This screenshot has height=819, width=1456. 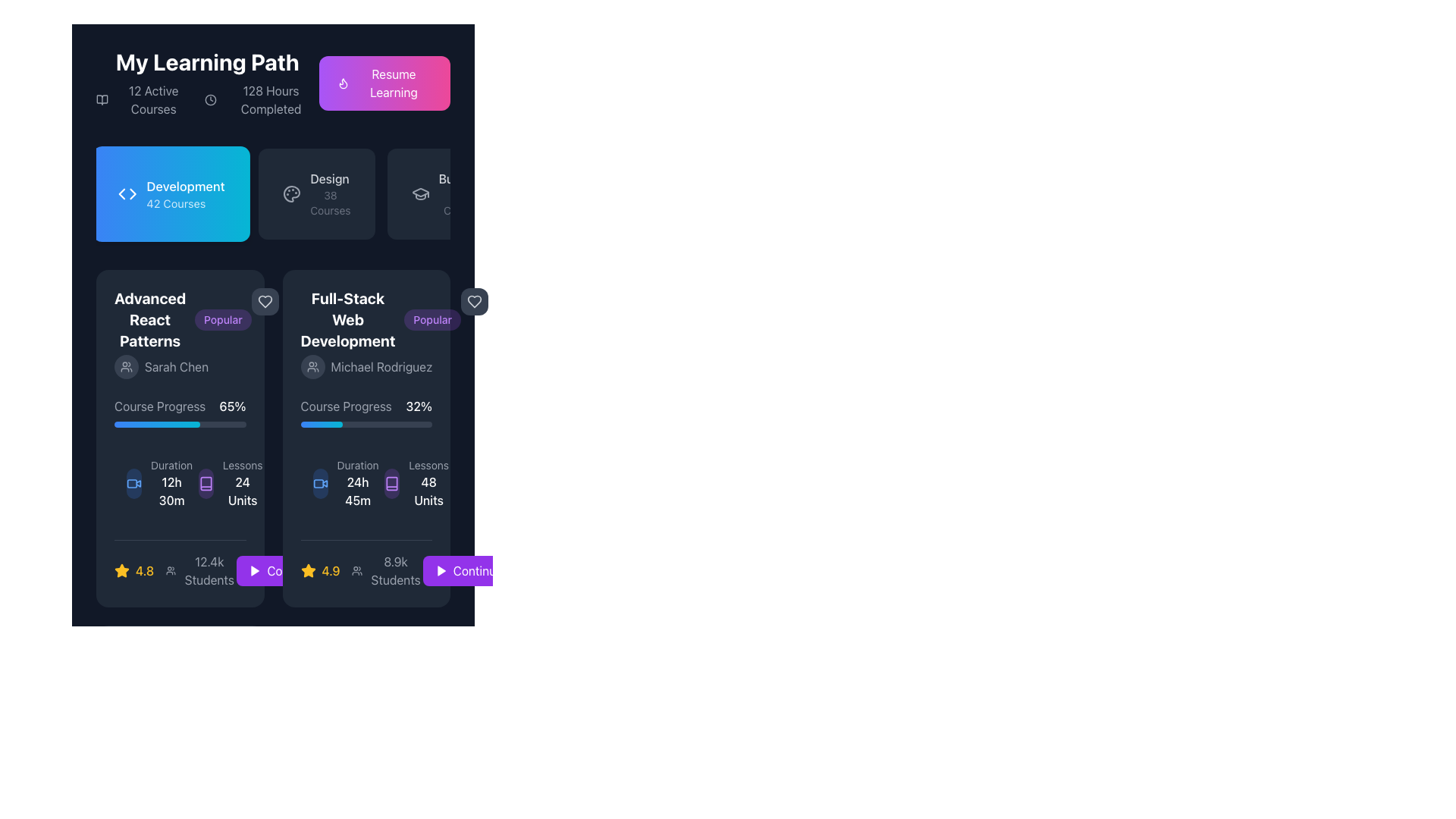 What do you see at coordinates (180, 424) in the screenshot?
I see `the progress represented by the Progress Bar located near the bottom of the 'Advanced React Patterns' course module, below 'Course Progress' and '65%', and above the course details` at bounding box center [180, 424].